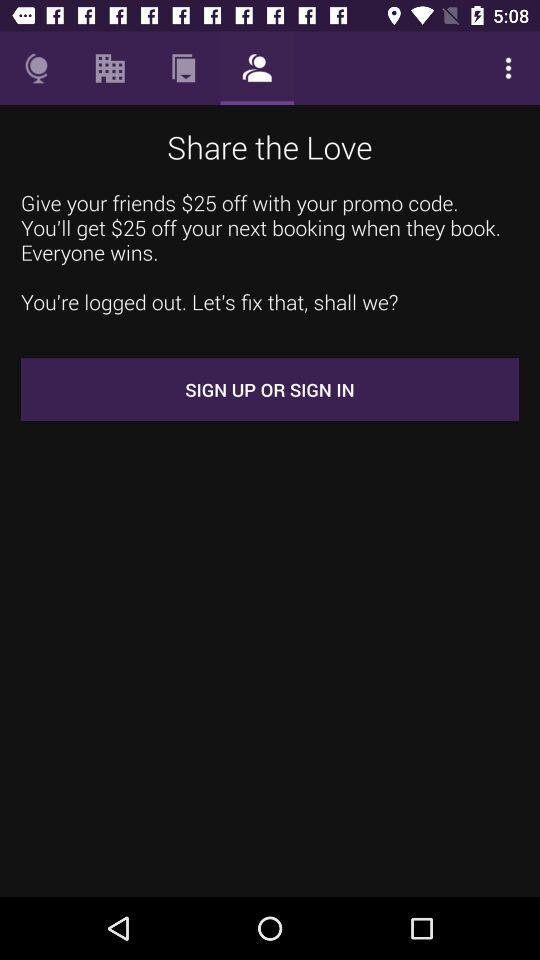 The width and height of the screenshot is (540, 960). I want to click on sign up or item, so click(270, 388).